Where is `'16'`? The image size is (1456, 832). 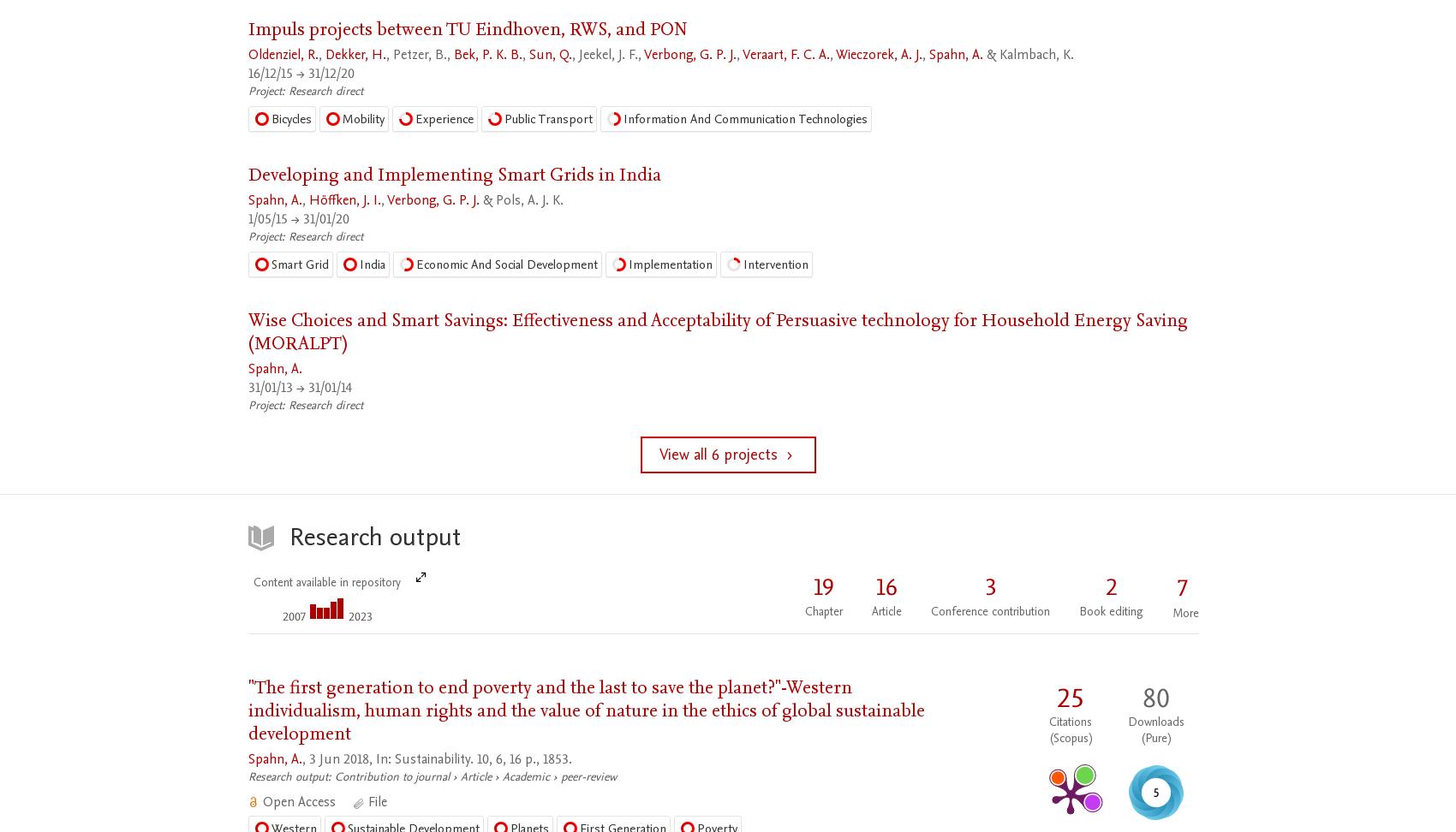
'16' is located at coordinates (875, 586).